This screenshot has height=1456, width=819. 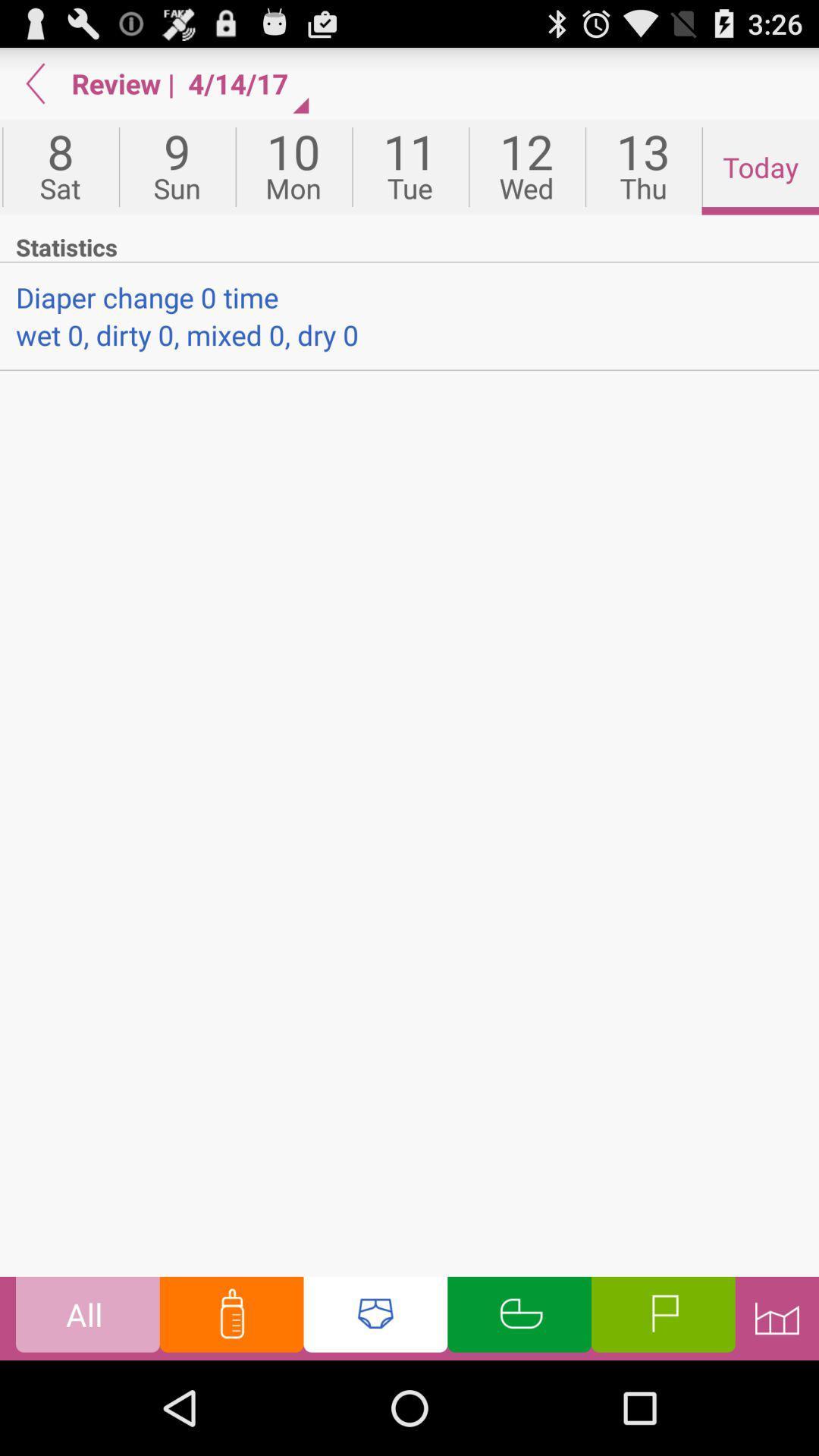 What do you see at coordinates (777, 1317) in the screenshot?
I see `historical information` at bounding box center [777, 1317].